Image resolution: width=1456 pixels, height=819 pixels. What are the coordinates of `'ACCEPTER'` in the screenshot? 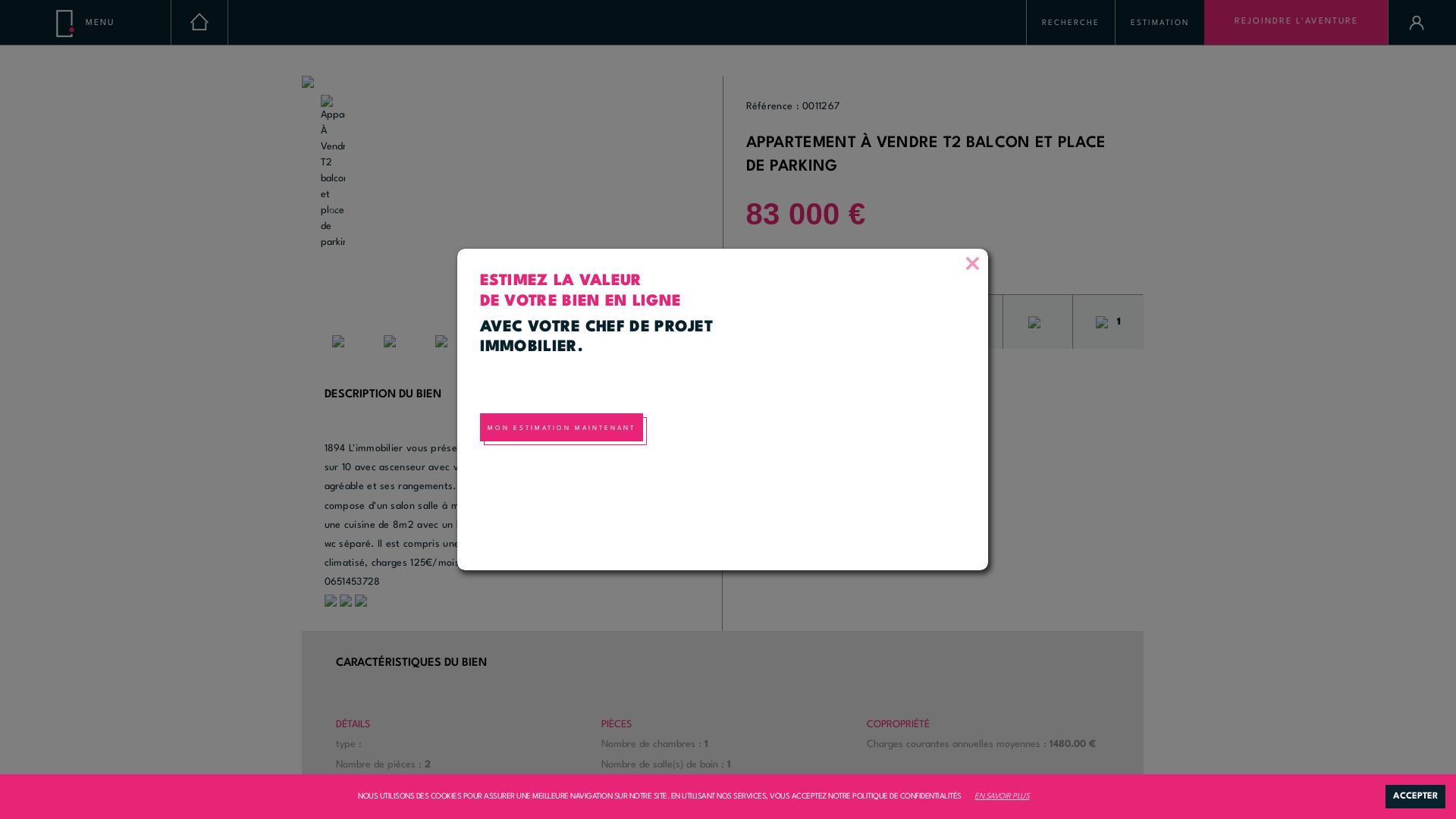 It's located at (1414, 795).